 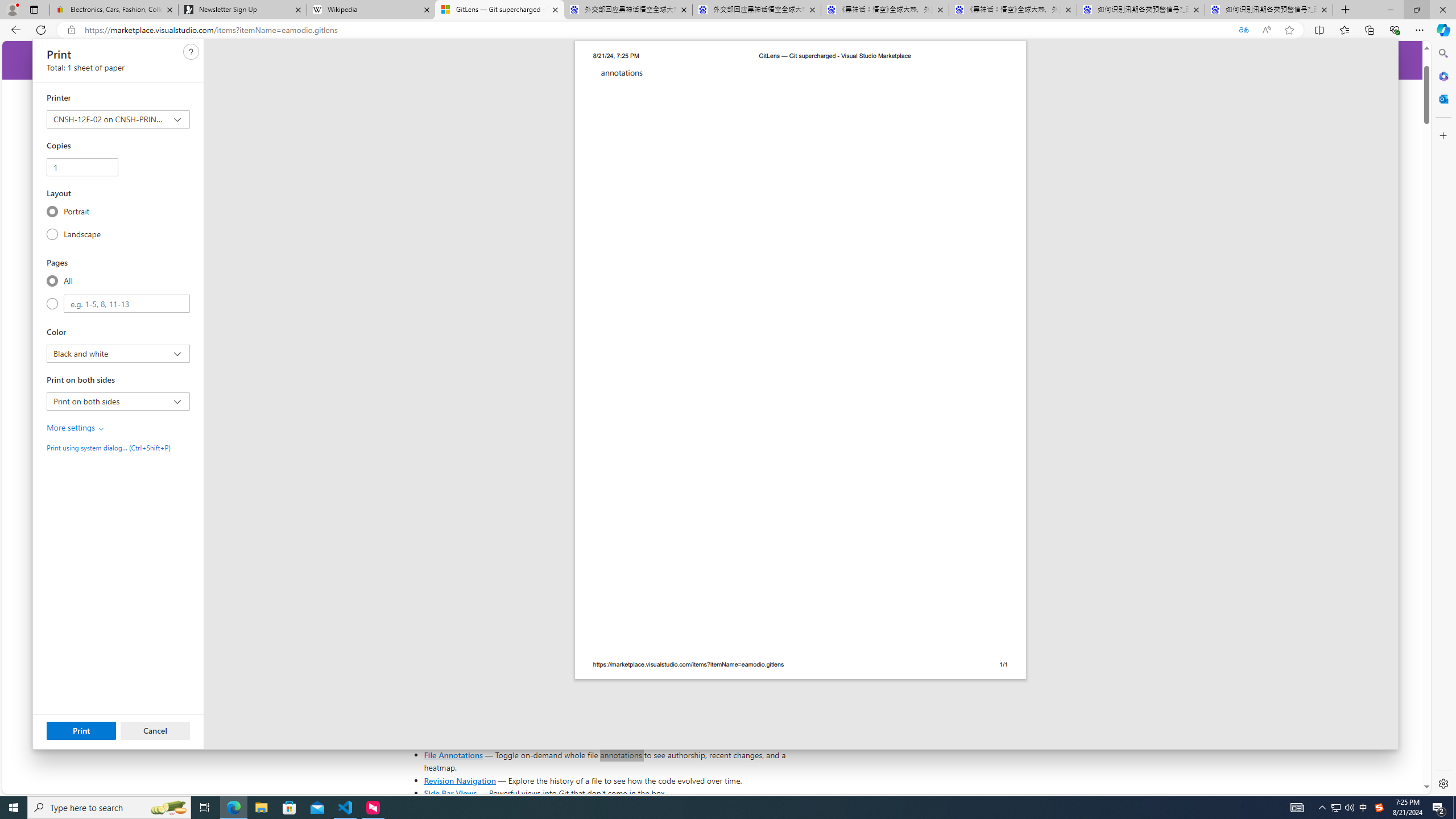 What do you see at coordinates (52, 280) in the screenshot?
I see `'All'` at bounding box center [52, 280].